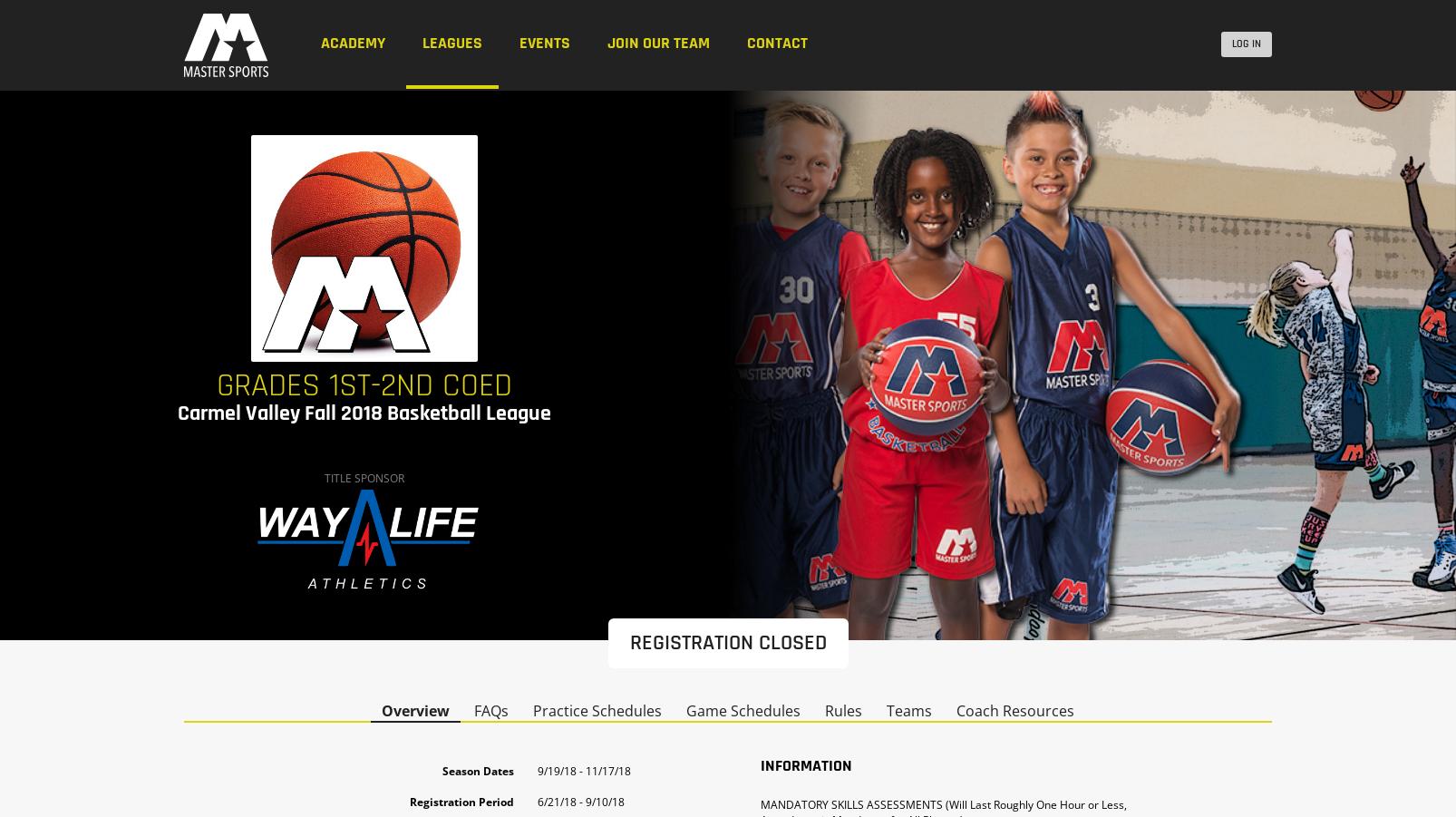 Image resolution: width=1456 pixels, height=817 pixels. What do you see at coordinates (582, 771) in the screenshot?
I see `'9/19/18
-
11/17/18'` at bounding box center [582, 771].